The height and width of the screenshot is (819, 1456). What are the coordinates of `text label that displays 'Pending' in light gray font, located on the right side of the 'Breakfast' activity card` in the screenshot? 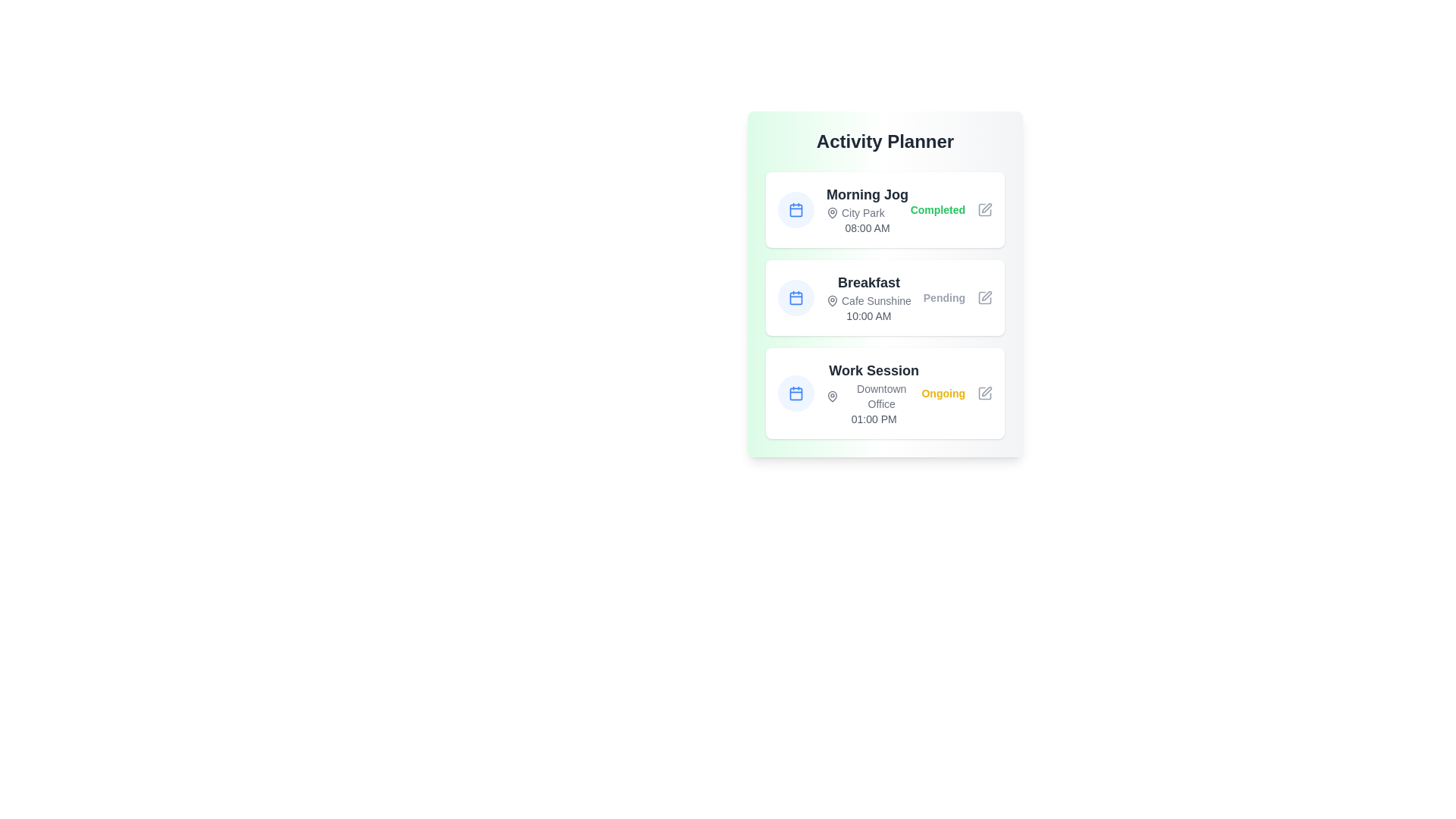 It's located at (957, 298).